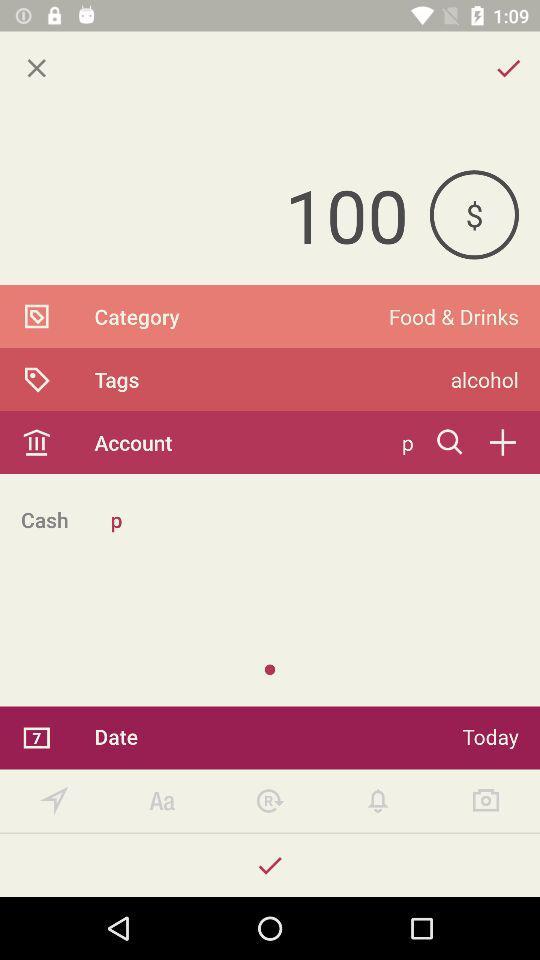 Image resolution: width=540 pixels, height=960 pixels. What do you see at coordinates (450, 442) in the screenshot?
I see `search account` at bounding box center [450, 442].